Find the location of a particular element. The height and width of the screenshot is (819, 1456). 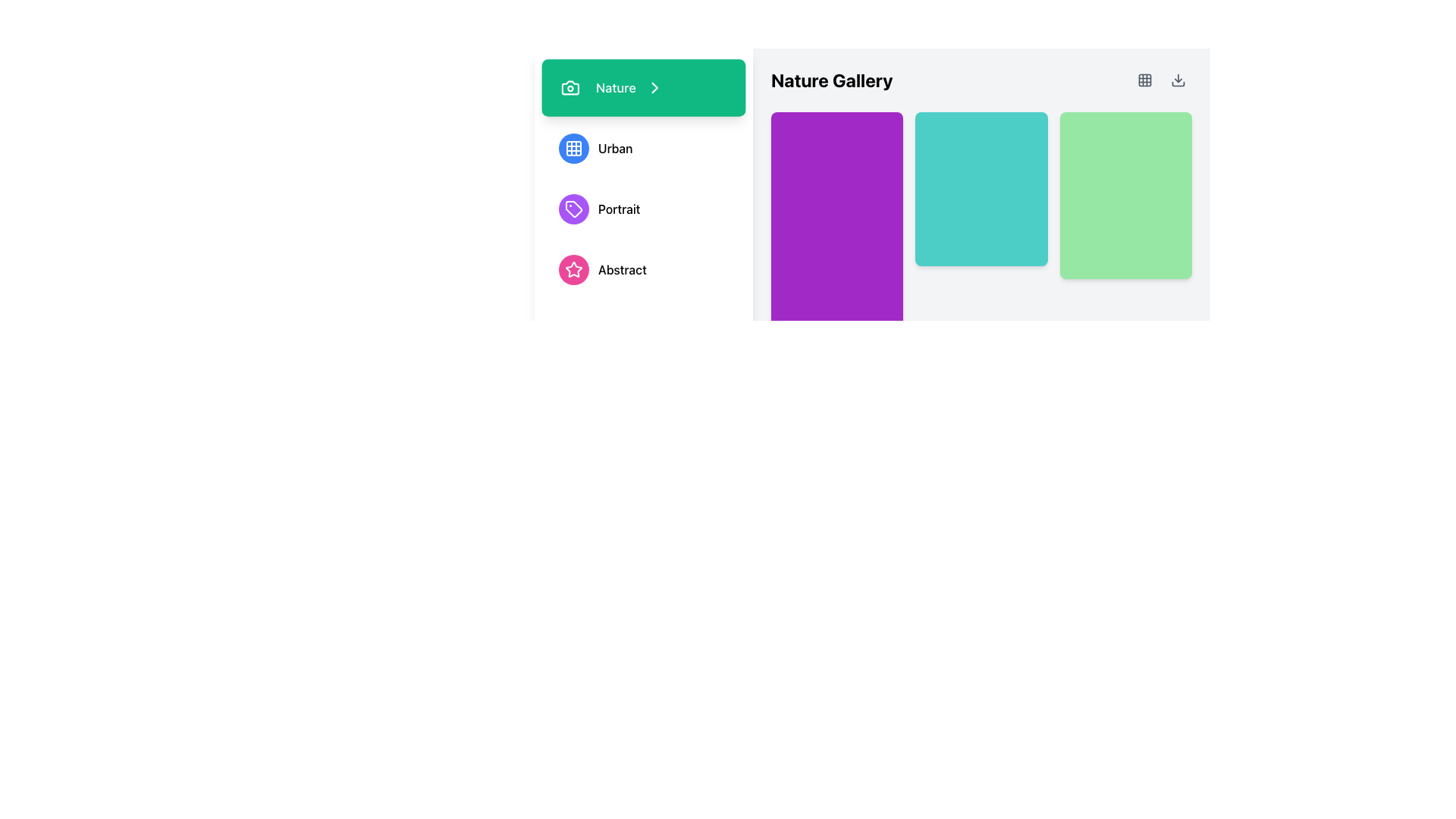

the rightward-pointing chevron icon located at the far-right end of the green, rounded button labeled 'Nature' is located at coordinates (655, 87).